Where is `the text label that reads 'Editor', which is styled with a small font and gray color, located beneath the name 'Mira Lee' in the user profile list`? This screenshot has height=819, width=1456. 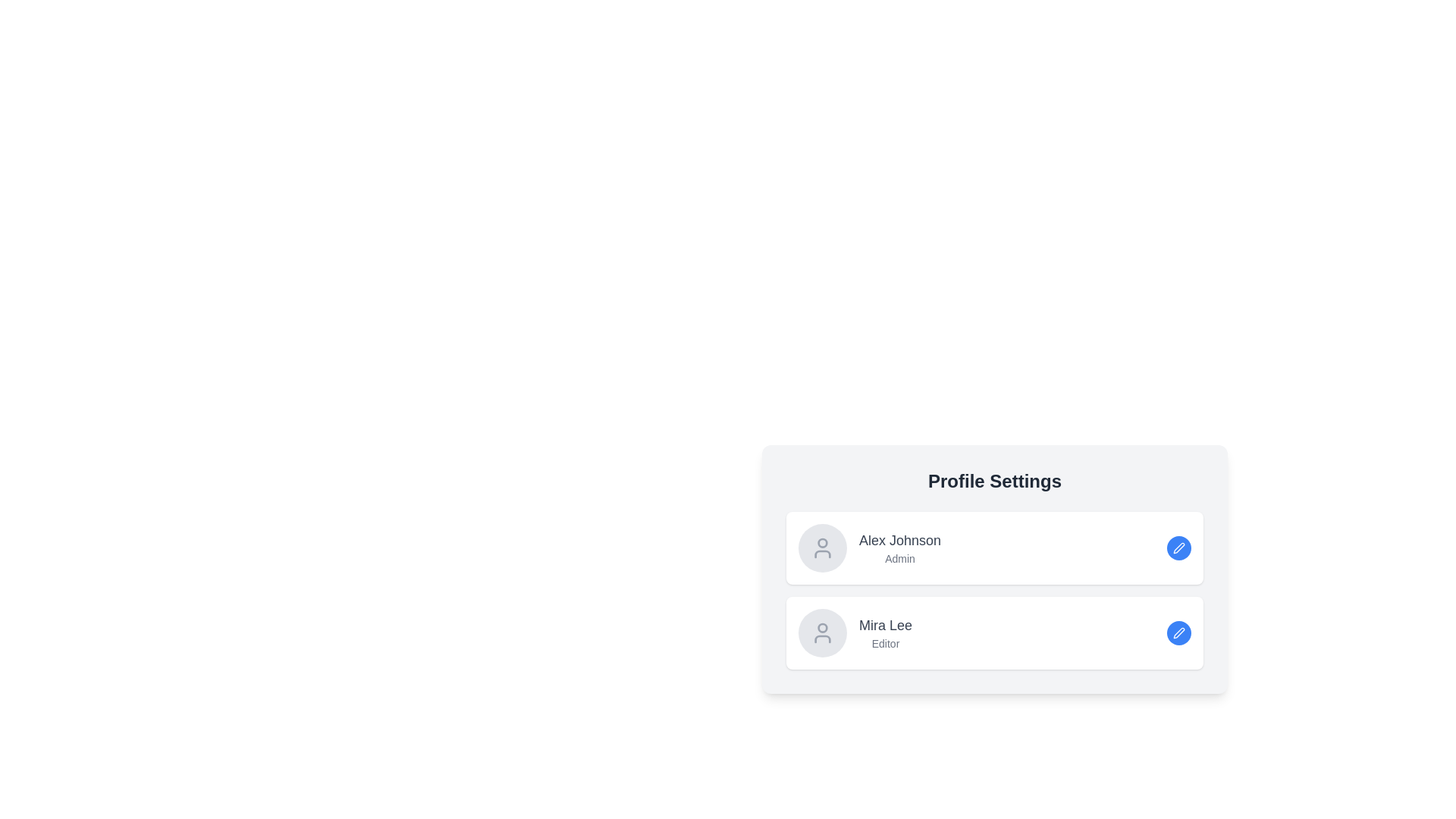
the text label that reads 'Editor', which is styled with a small font and gray color, located beneath the name 'Mira Lee' in the user profile list is located at coordinates (885, 643).